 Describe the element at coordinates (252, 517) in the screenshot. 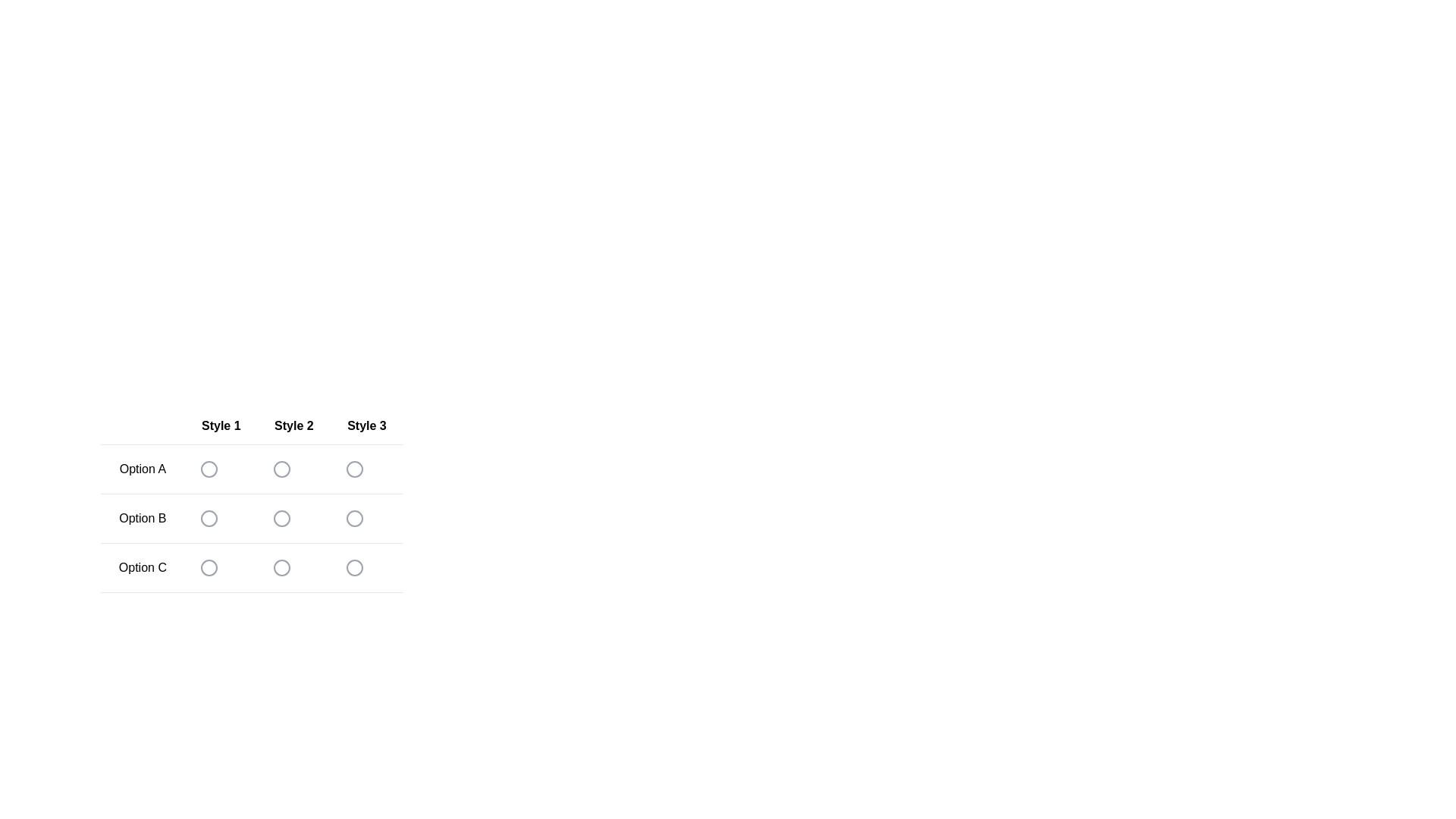

I see `the radio button for 'Option B' under the 'Style 2' category` at that location.